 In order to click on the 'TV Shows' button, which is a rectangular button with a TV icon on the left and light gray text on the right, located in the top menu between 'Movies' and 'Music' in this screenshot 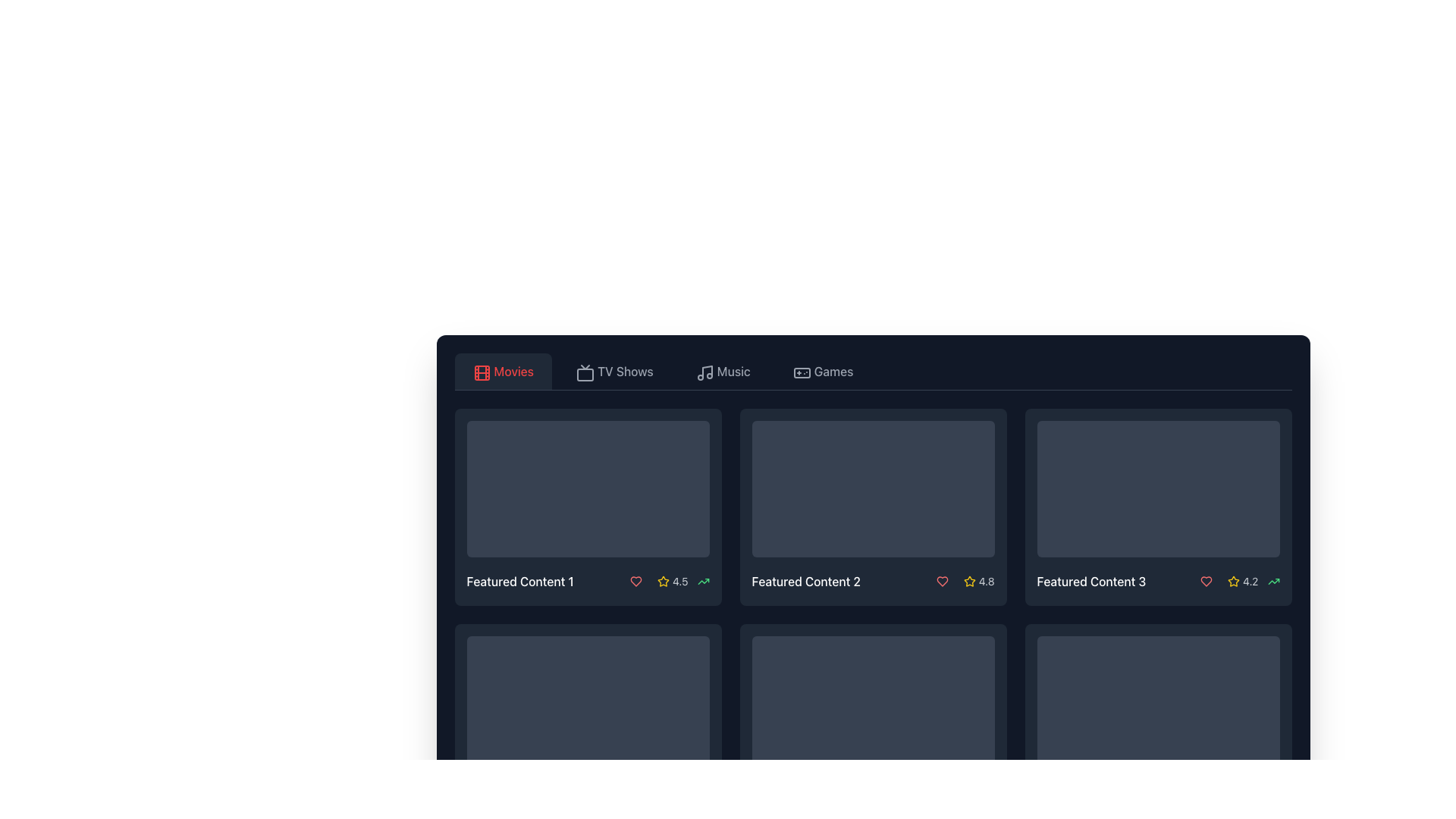, I will do `click(614, 371)`.